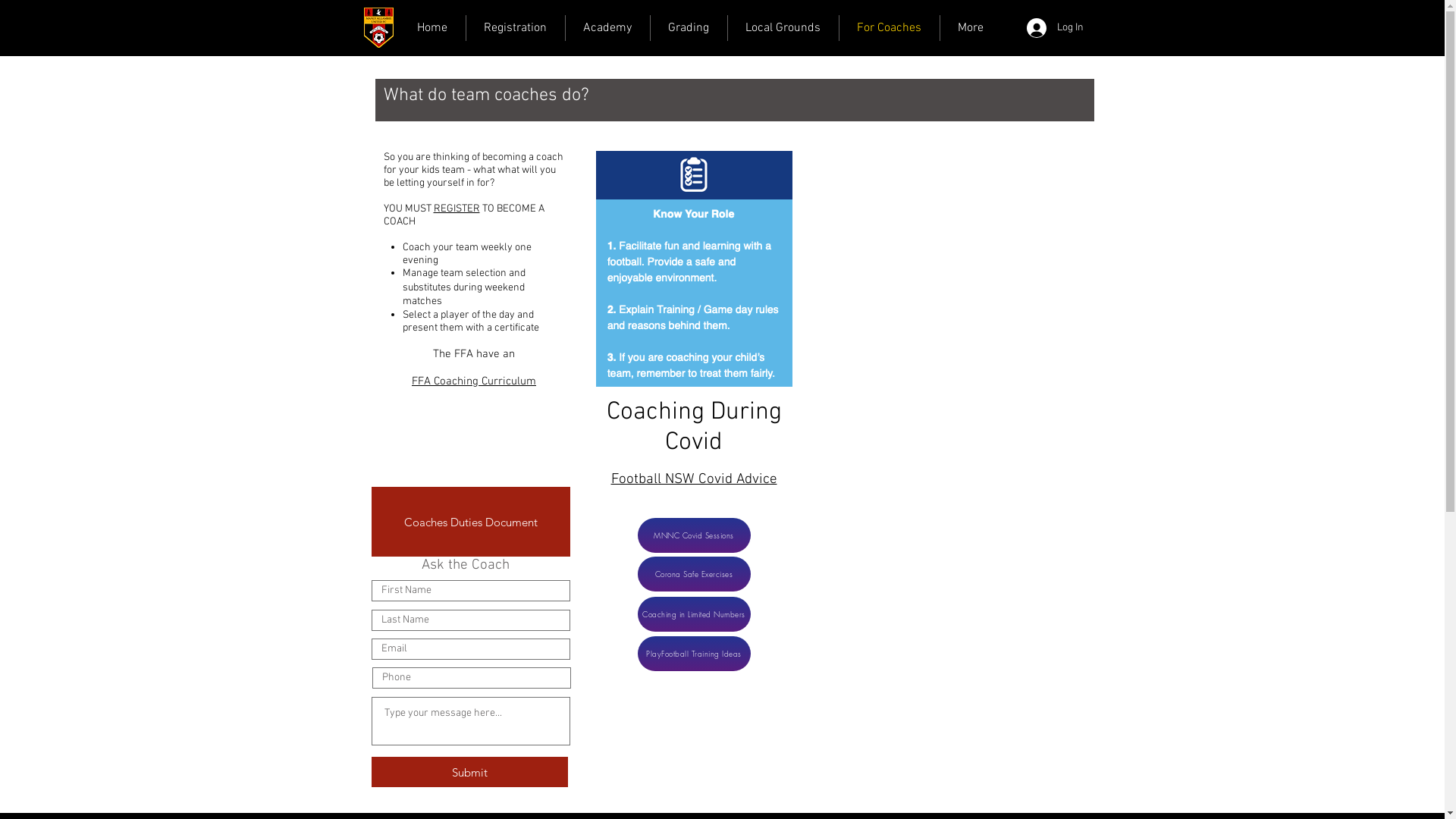  What do you see at coordinates (469, 772) in the screenshot?
I see `'Submit'` at bounding box center [469, 772].